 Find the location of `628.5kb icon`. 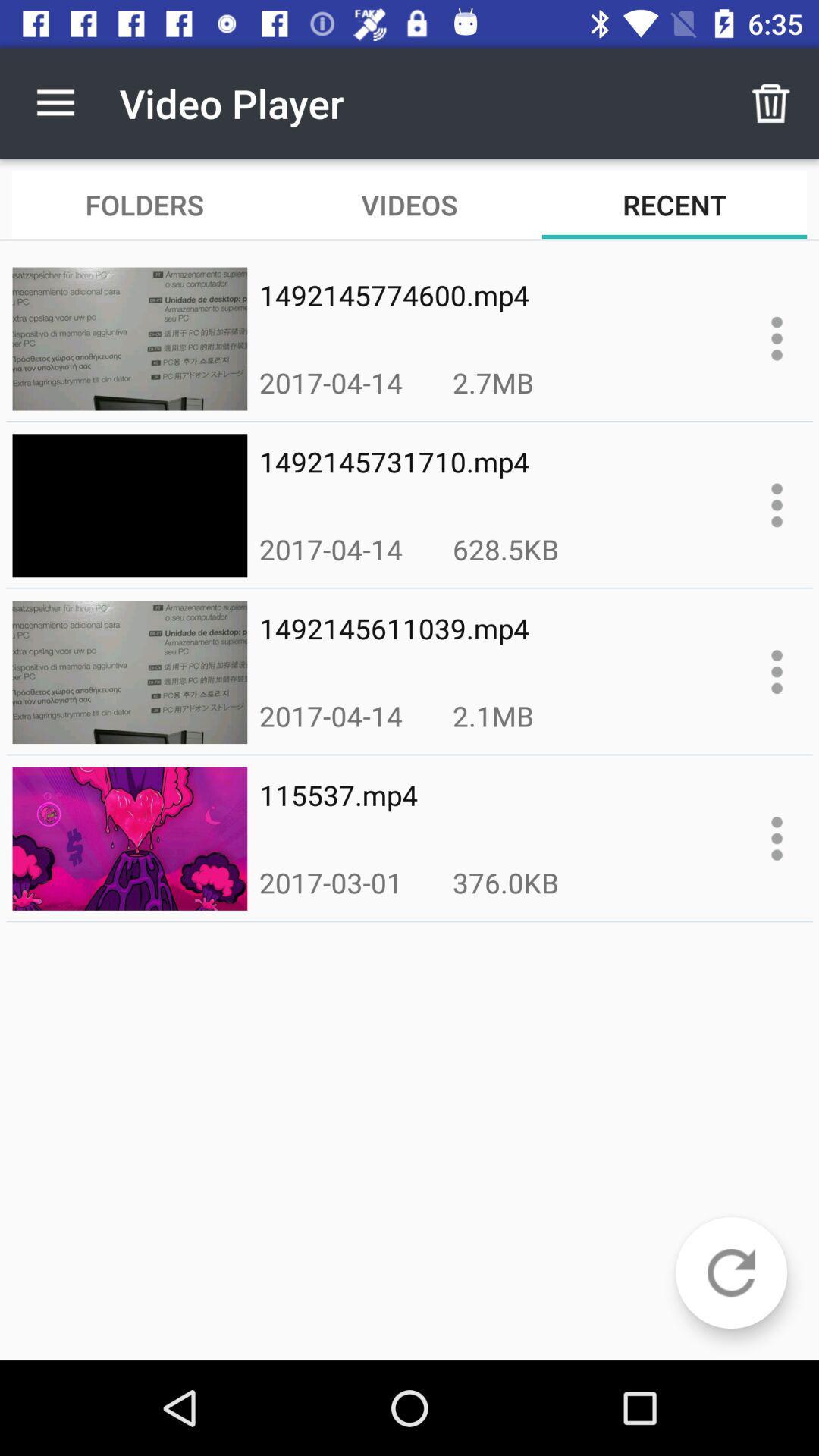

628.5kb icon is located at coordinates (506, 548).